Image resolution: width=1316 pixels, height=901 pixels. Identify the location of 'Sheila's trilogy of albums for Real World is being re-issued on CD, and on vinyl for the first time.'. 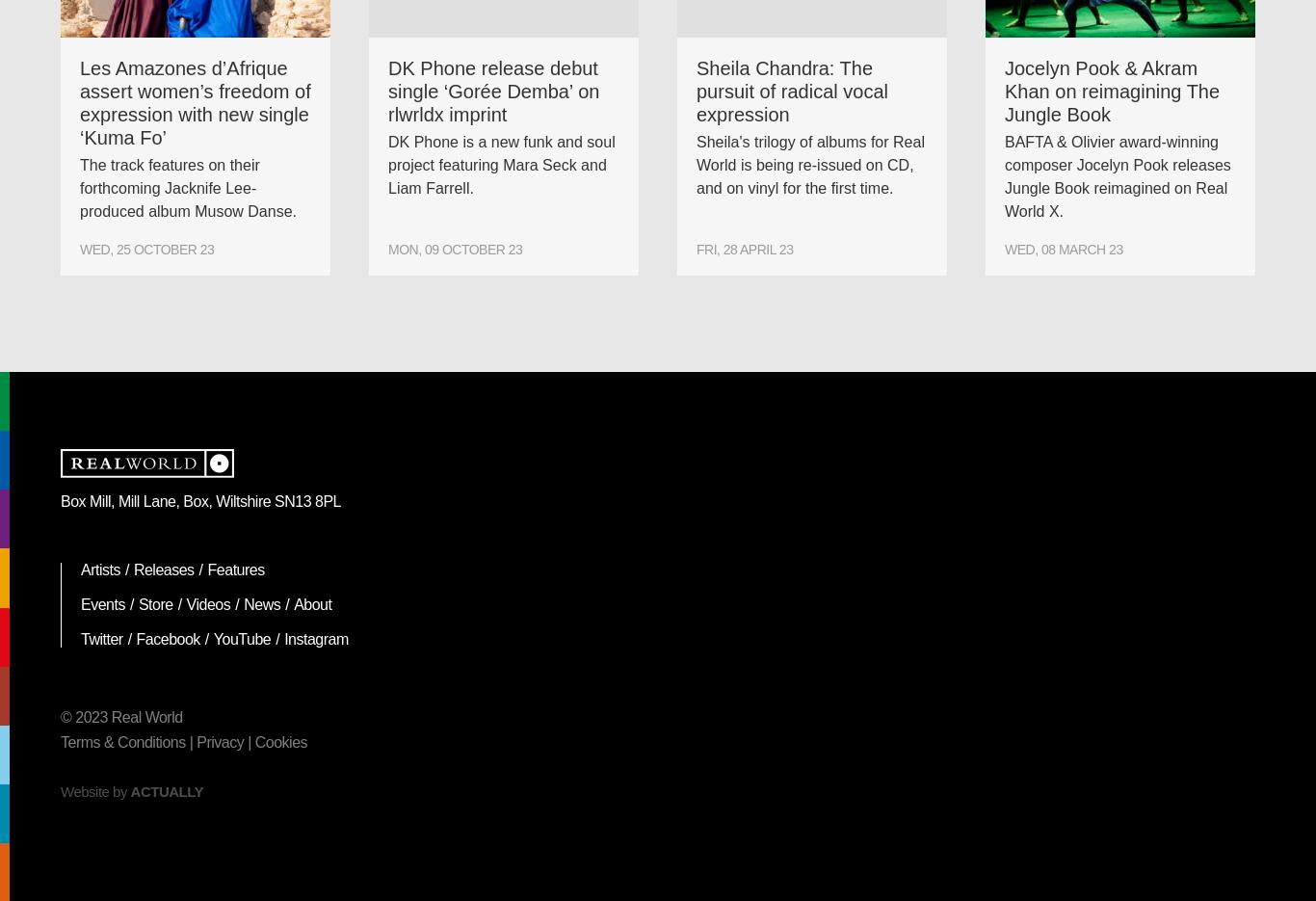
(809, 164).